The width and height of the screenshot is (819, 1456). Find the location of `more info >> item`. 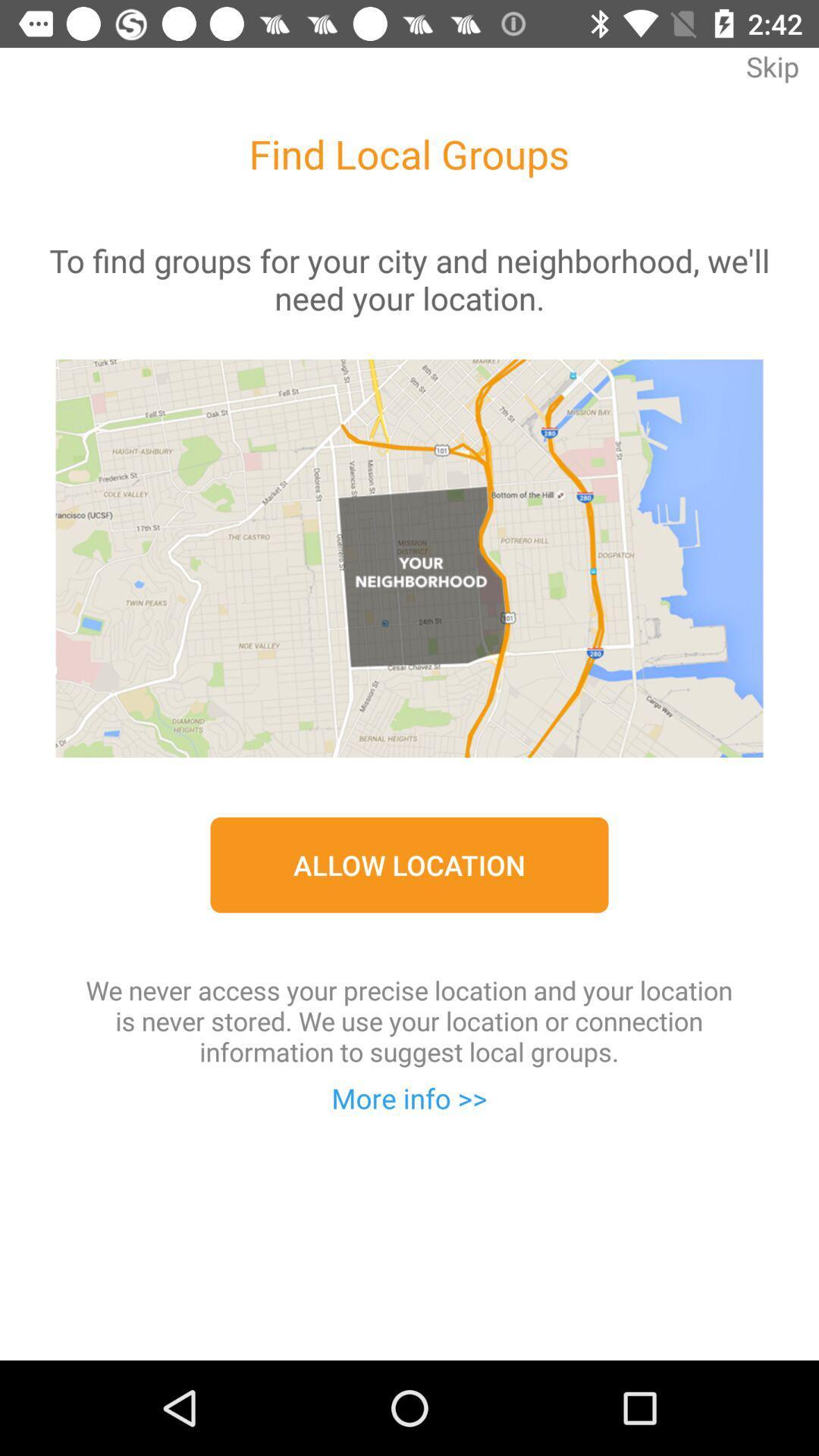

more info >> item is located at coordinates (409, 1098).